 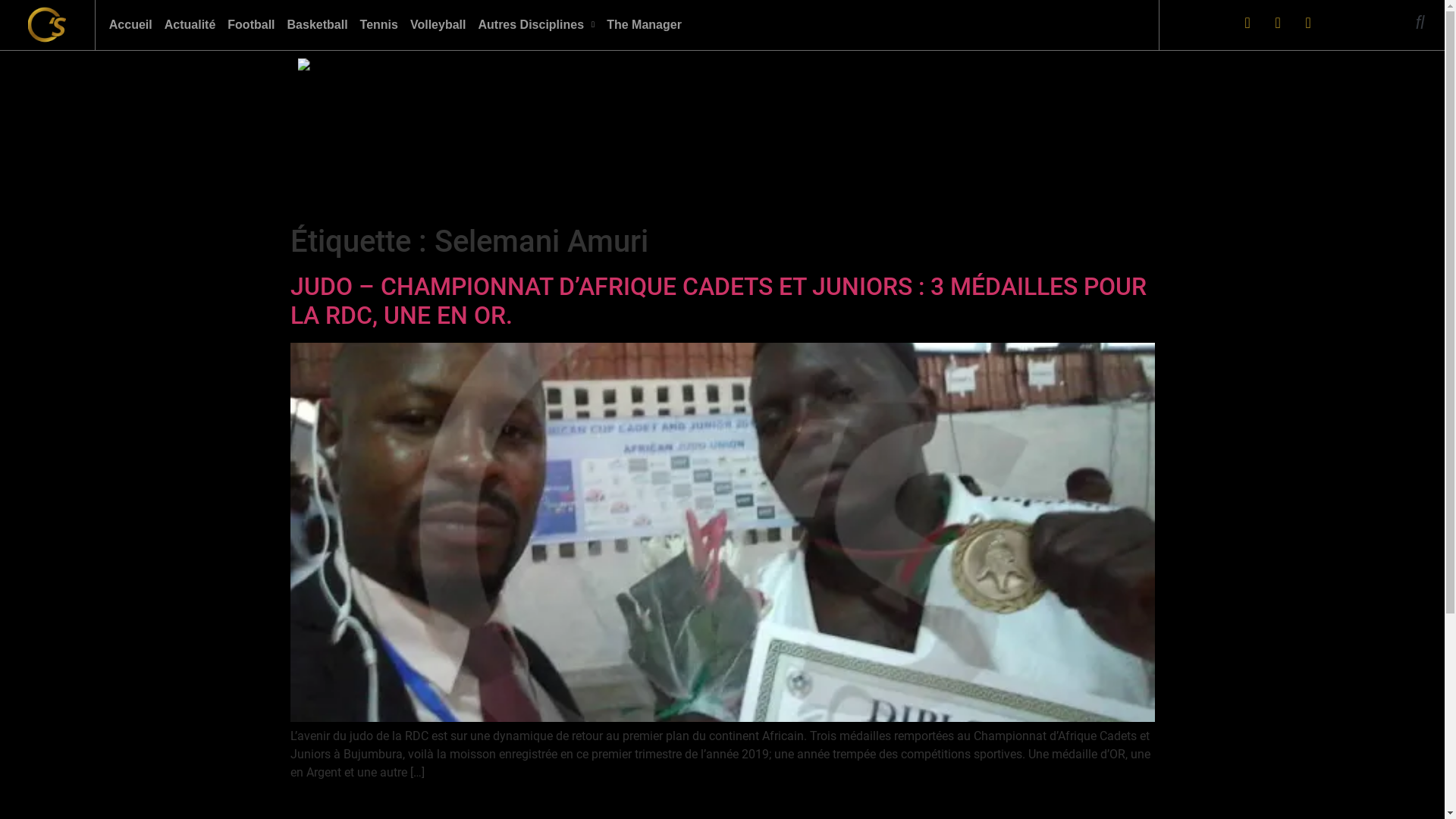 What do you see at coordinates (437, 25) in the screenshot?
I see `'Volleyball'` at bounding box center [437, 25].